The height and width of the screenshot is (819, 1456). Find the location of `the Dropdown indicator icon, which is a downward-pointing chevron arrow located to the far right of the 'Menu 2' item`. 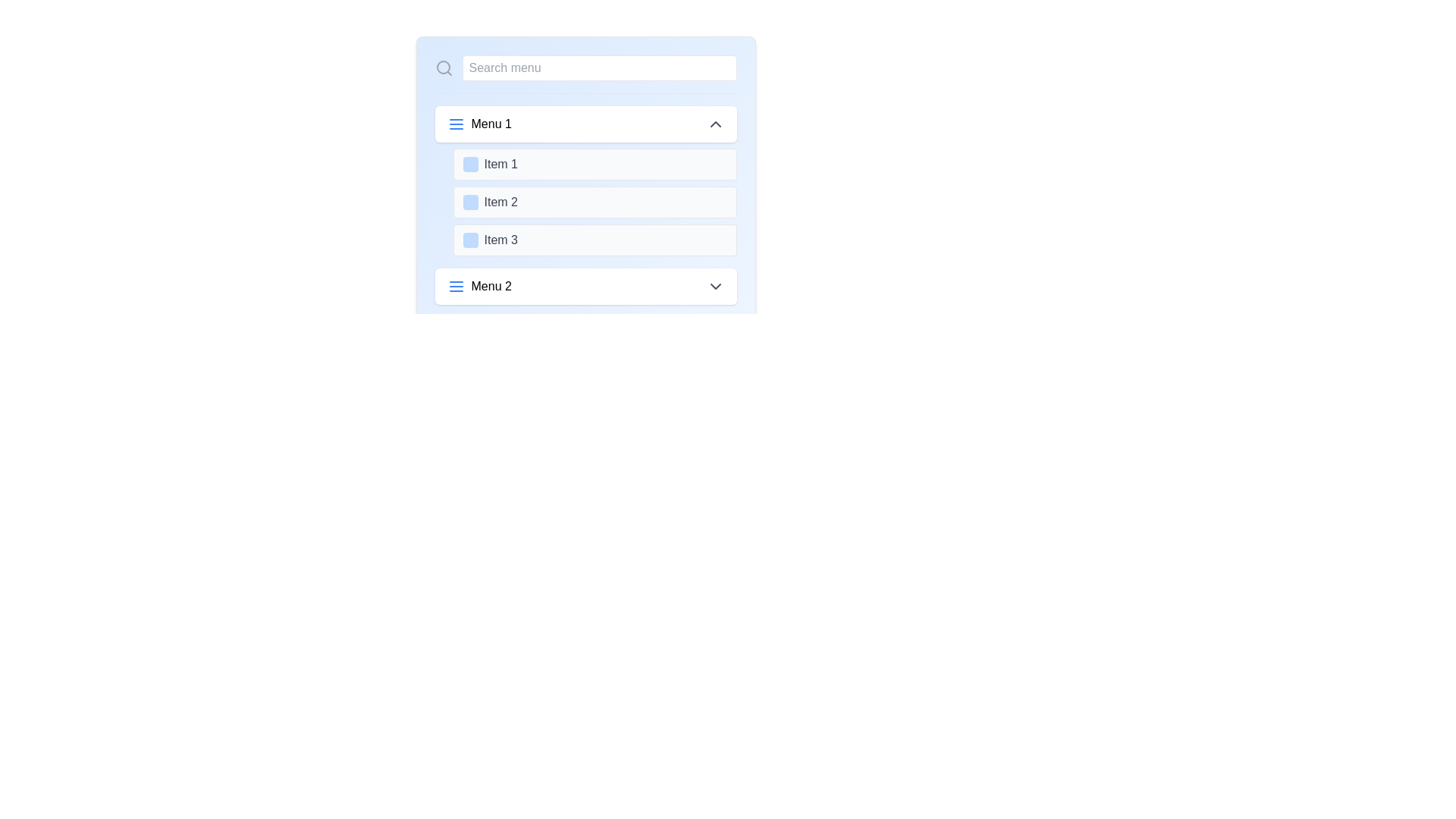

the Dropdown indicator icon, which is a downward-pointing chevron arrow located to the far right of the 'Menu 2' item is located at coordinates (714, 287).